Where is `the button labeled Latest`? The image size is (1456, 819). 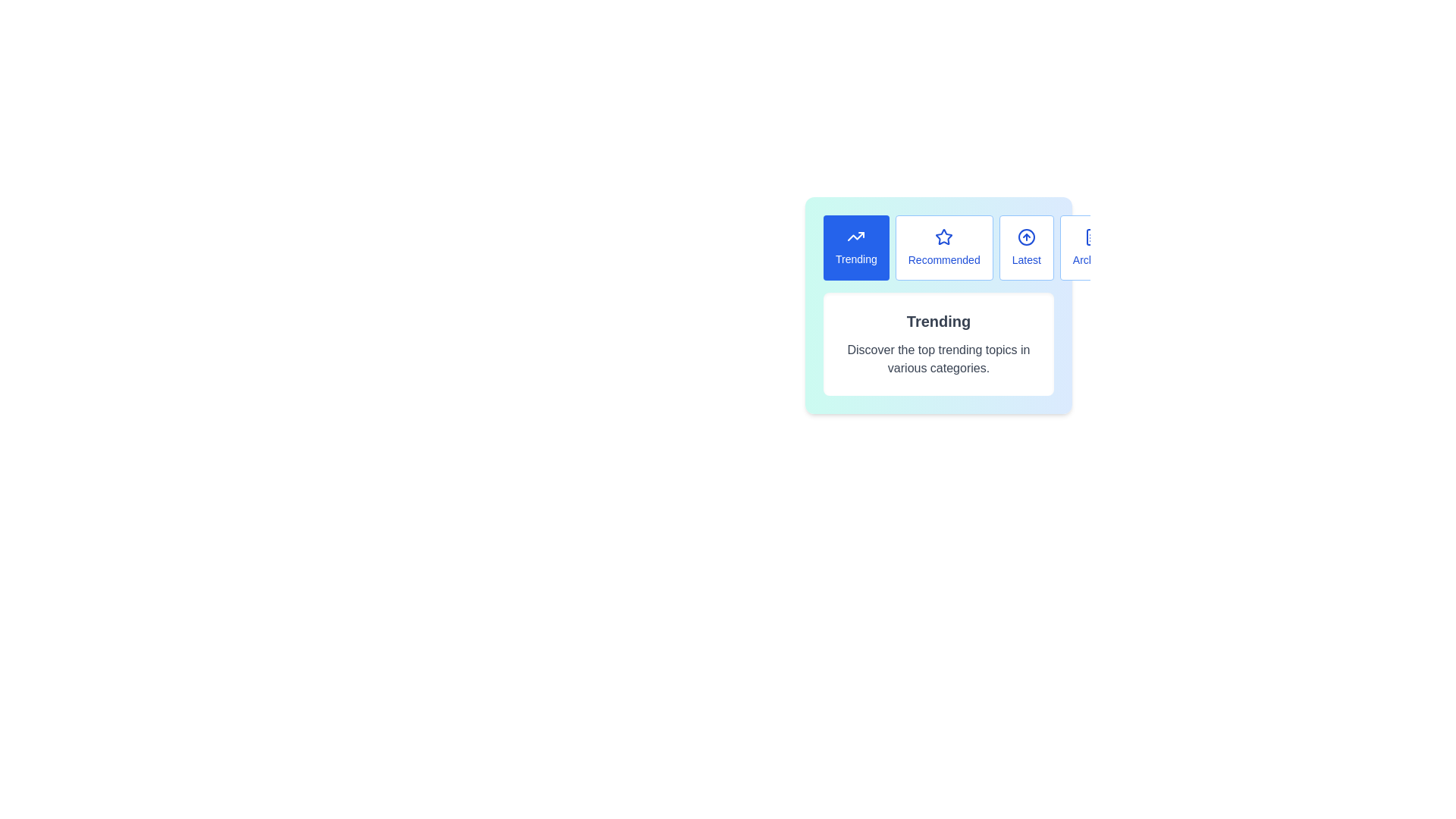 the button labeled Latest is located at coordinates (1026, 247).